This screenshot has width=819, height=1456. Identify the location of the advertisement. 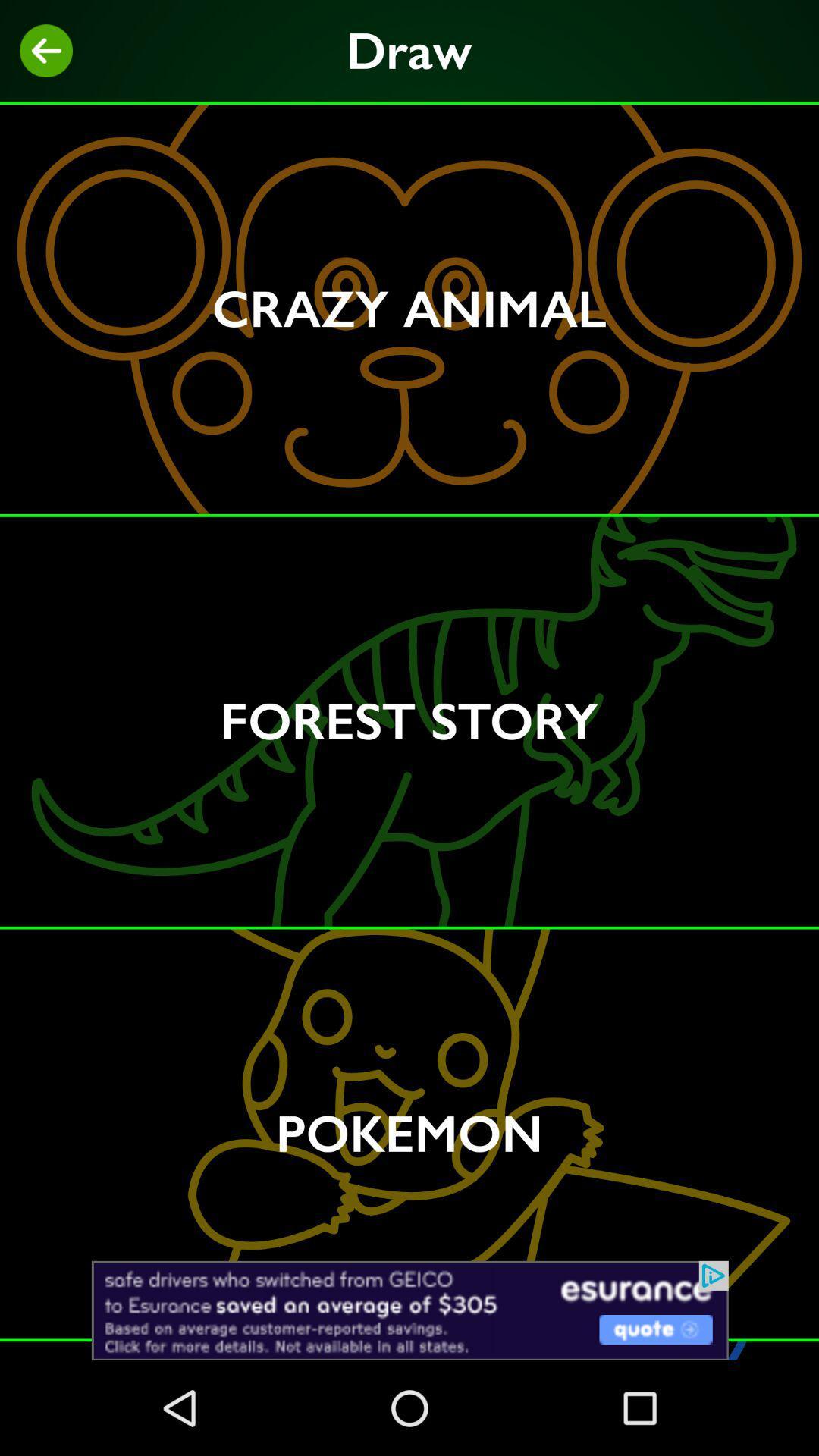
(409, 1310).